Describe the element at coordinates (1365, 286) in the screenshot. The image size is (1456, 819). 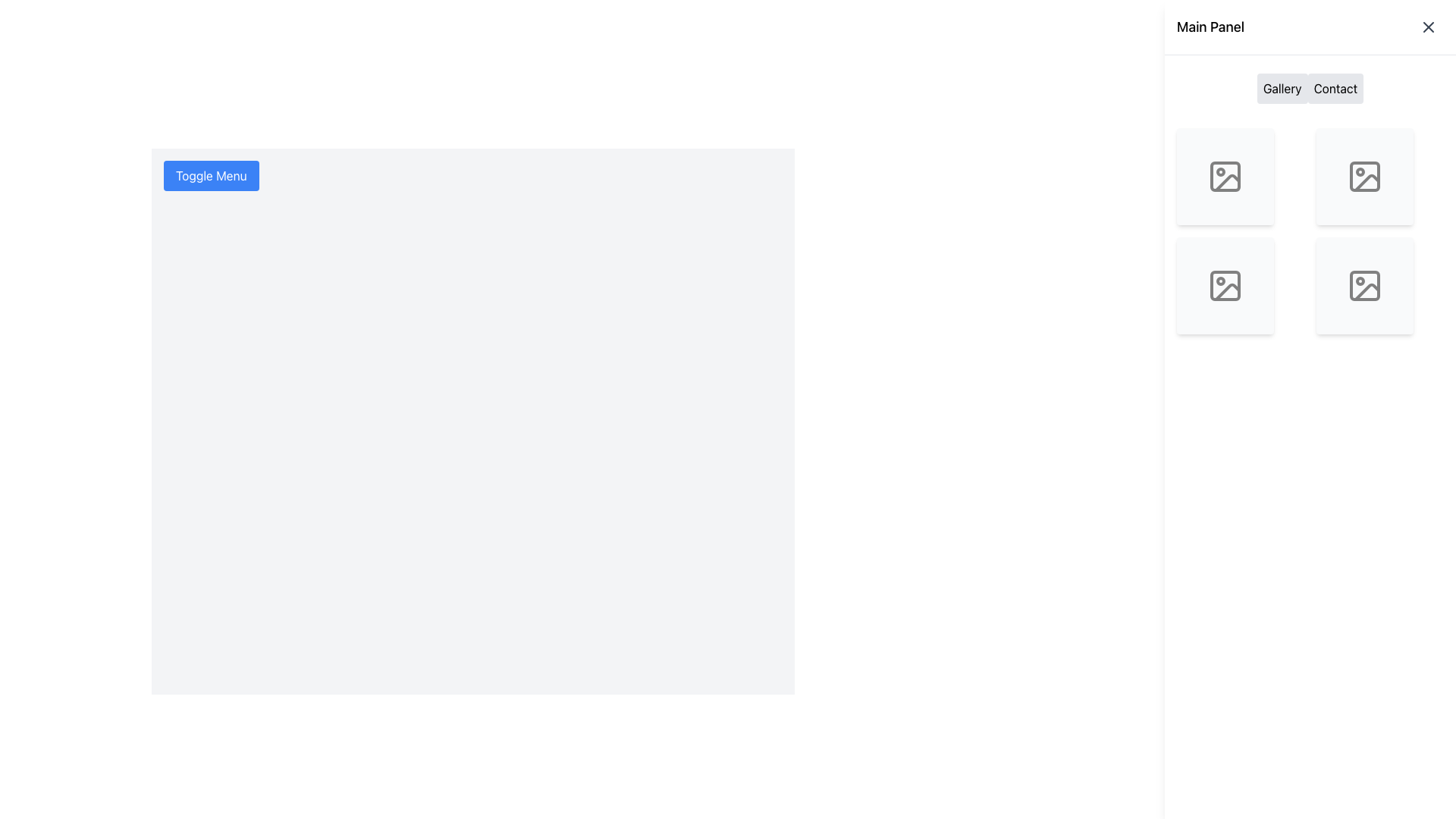
I see `the icon located in the lower-right corner of the 2x2 grid on the 'Gallery' tab of the side panel interface, which represents an image or gallery item` at that location.